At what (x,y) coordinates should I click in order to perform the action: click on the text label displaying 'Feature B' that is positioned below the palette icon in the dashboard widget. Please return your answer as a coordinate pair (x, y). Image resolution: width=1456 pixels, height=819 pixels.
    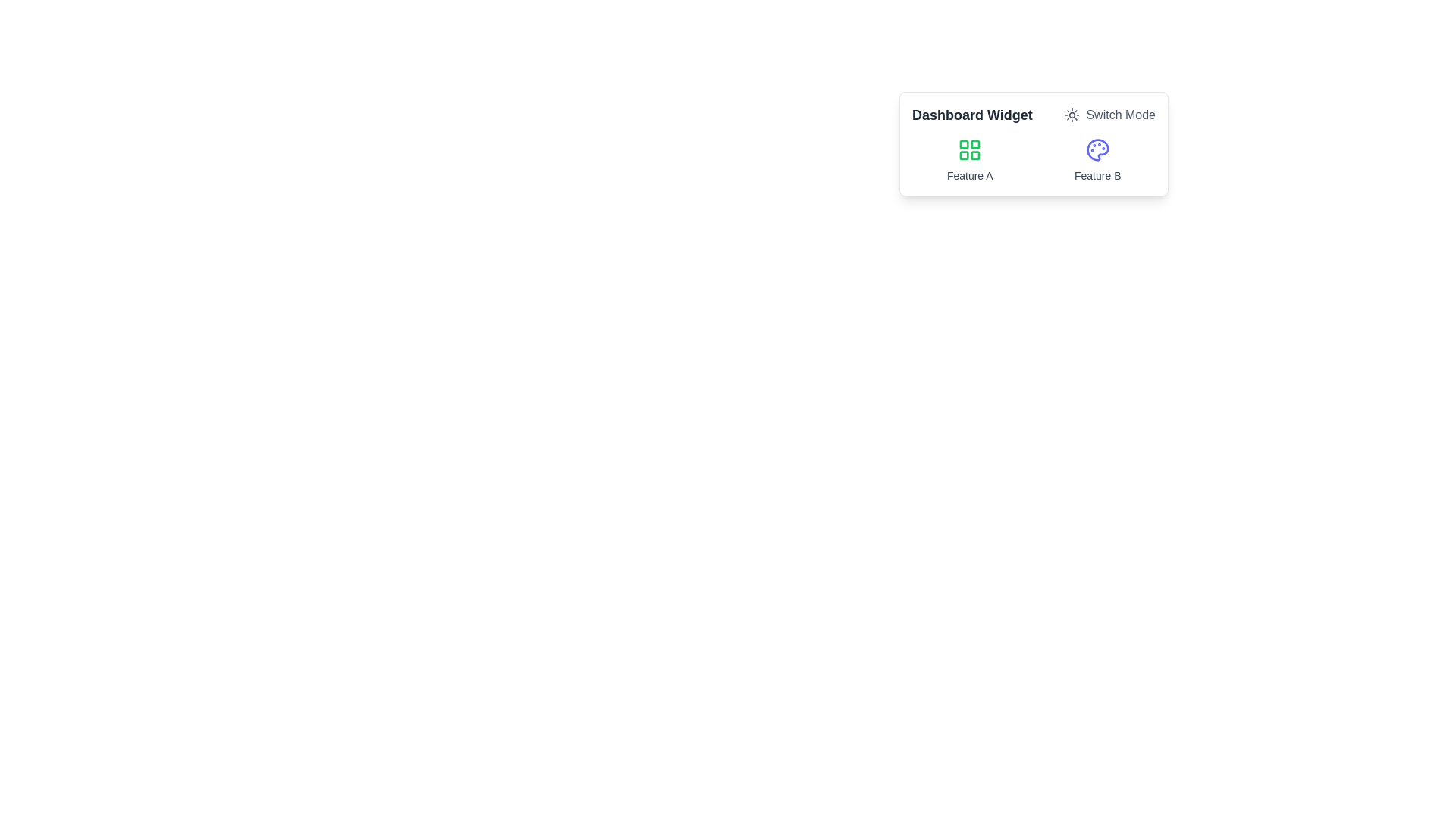
    Looking at the image, I should click on (1097, 174).